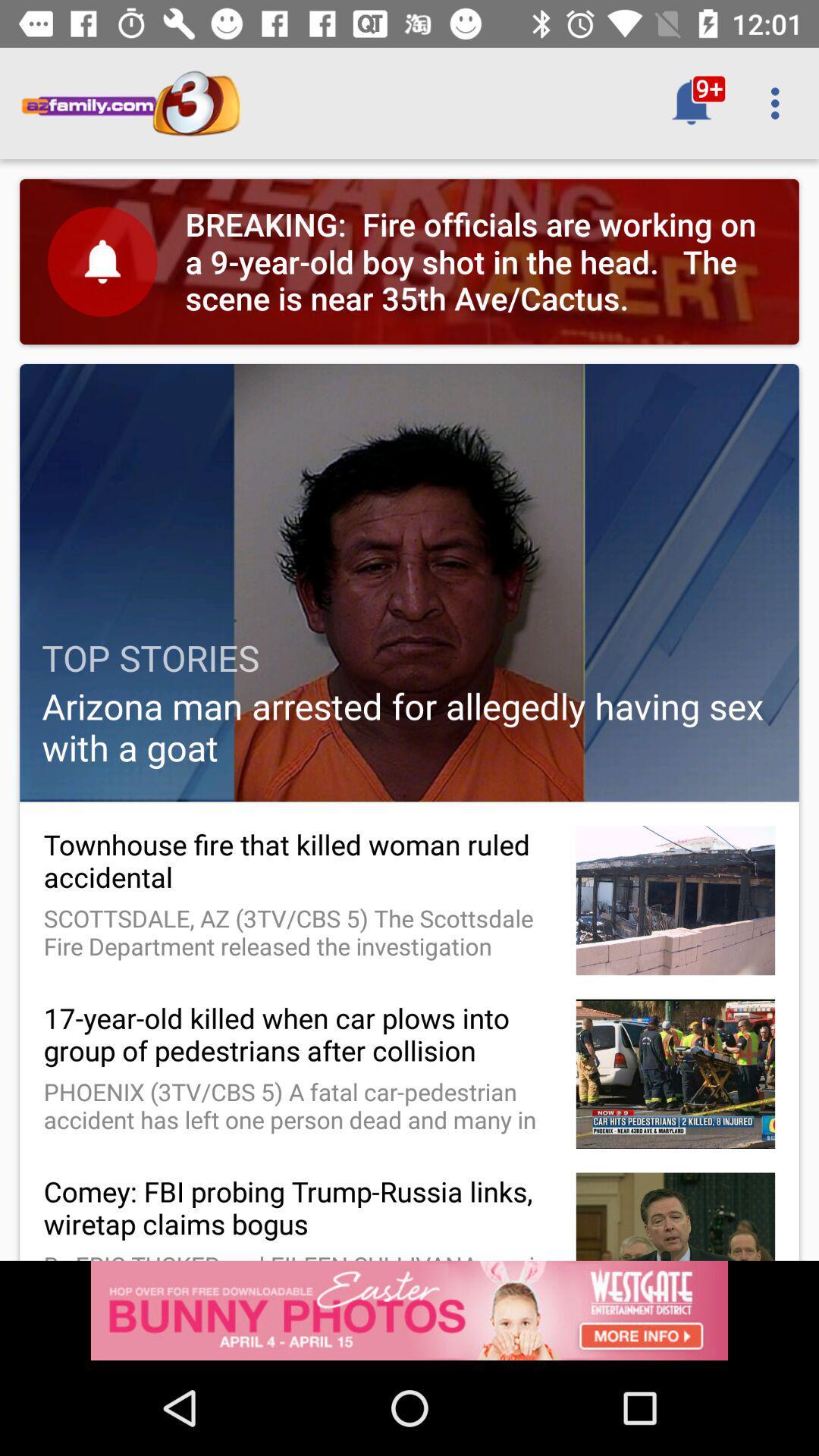 The width and height of the screenshot is (819, 1456). I want to click on the notification icon, so click(691, 103).